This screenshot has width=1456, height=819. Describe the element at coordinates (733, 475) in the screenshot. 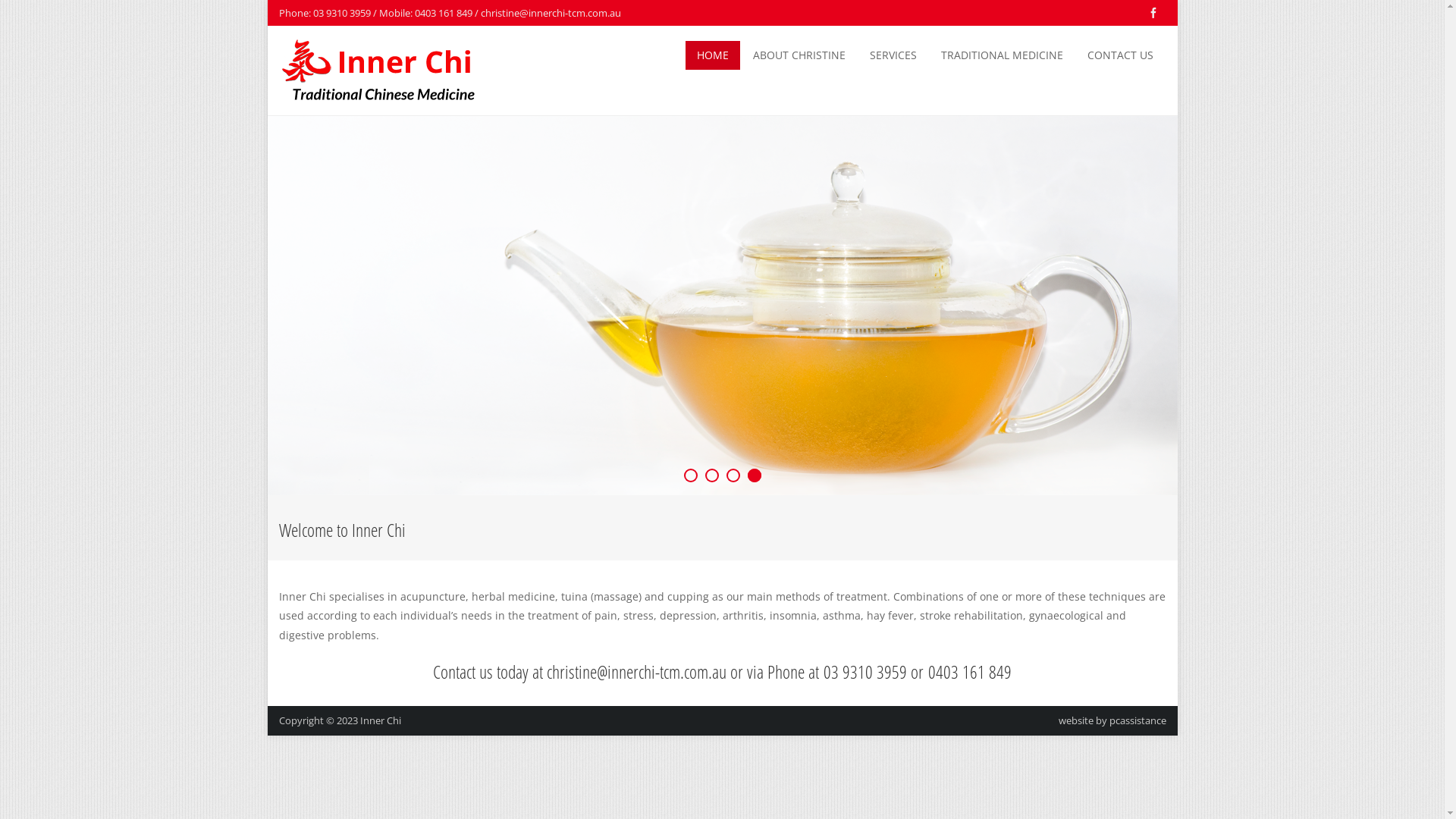

I see `'3'` at that location.